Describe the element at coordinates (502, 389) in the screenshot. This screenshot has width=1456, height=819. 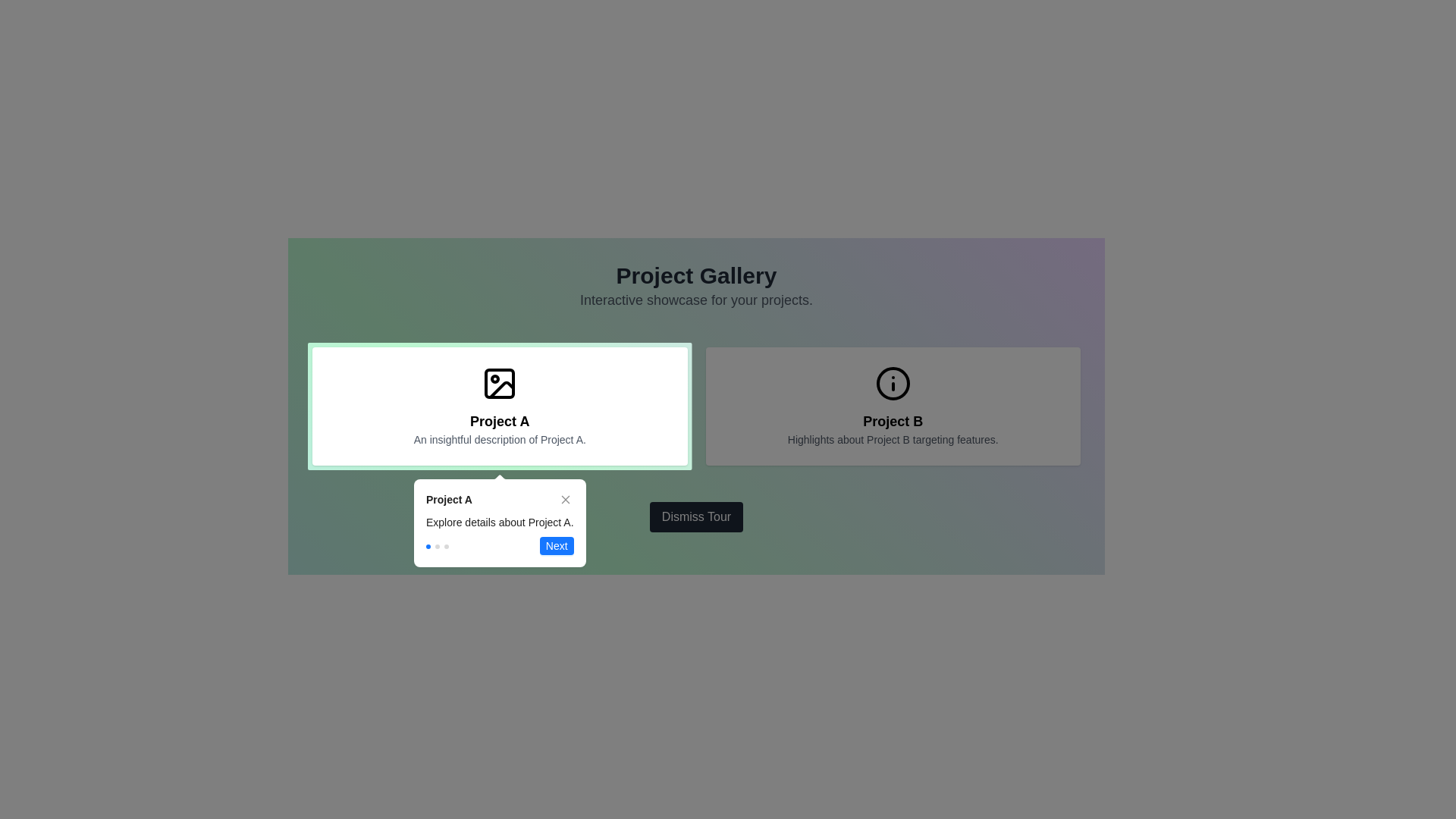
I see `the SVG icon component that represents an image icon, which is part of the 'Project A' card and includes a slope line segment within a rounded square frame` at that location.